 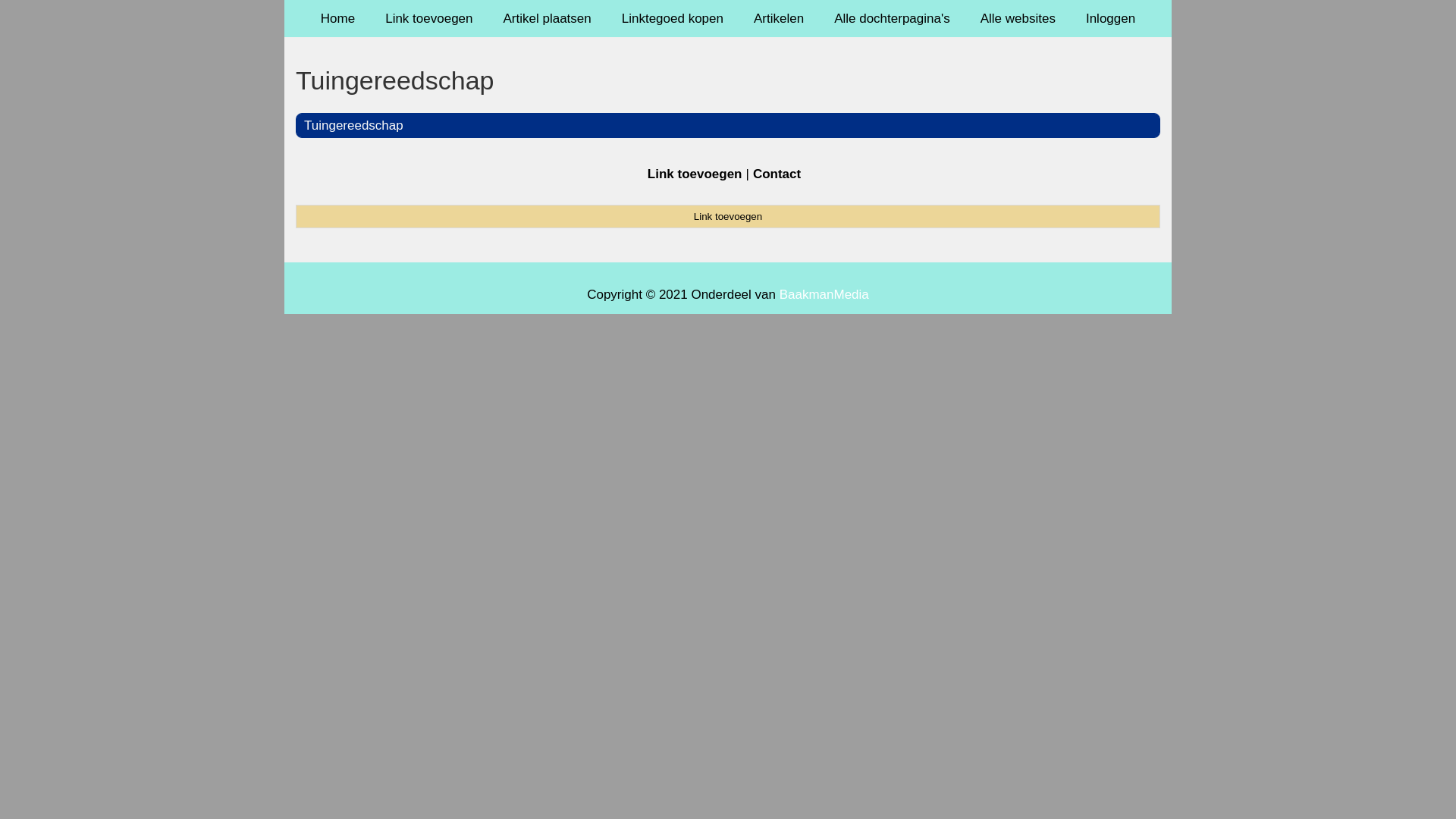 What do you see at coordinates (777, 173) in the screenshot?
I see `'Contact'` at bounding box center [777, 173].